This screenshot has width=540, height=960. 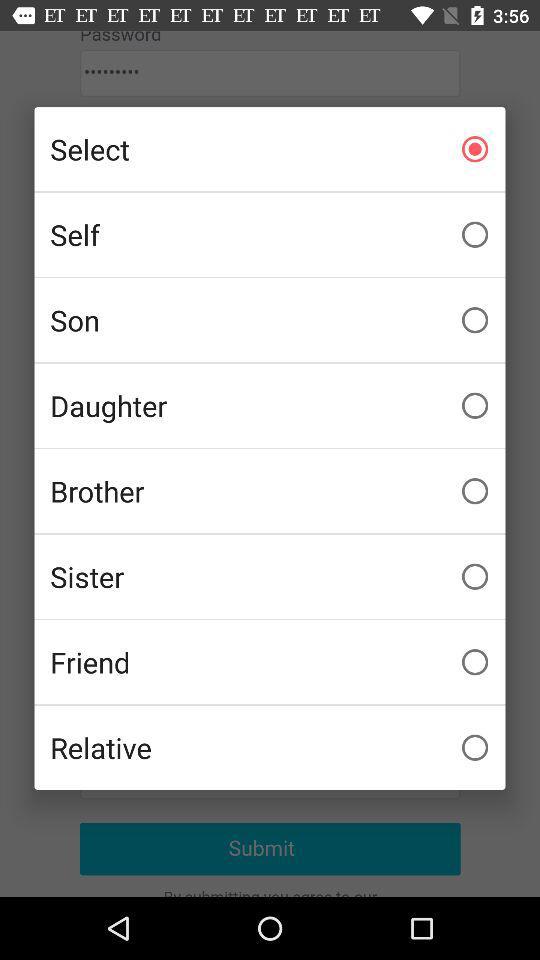 I want to click on icon below the brother item, so click(x=270, y=576).